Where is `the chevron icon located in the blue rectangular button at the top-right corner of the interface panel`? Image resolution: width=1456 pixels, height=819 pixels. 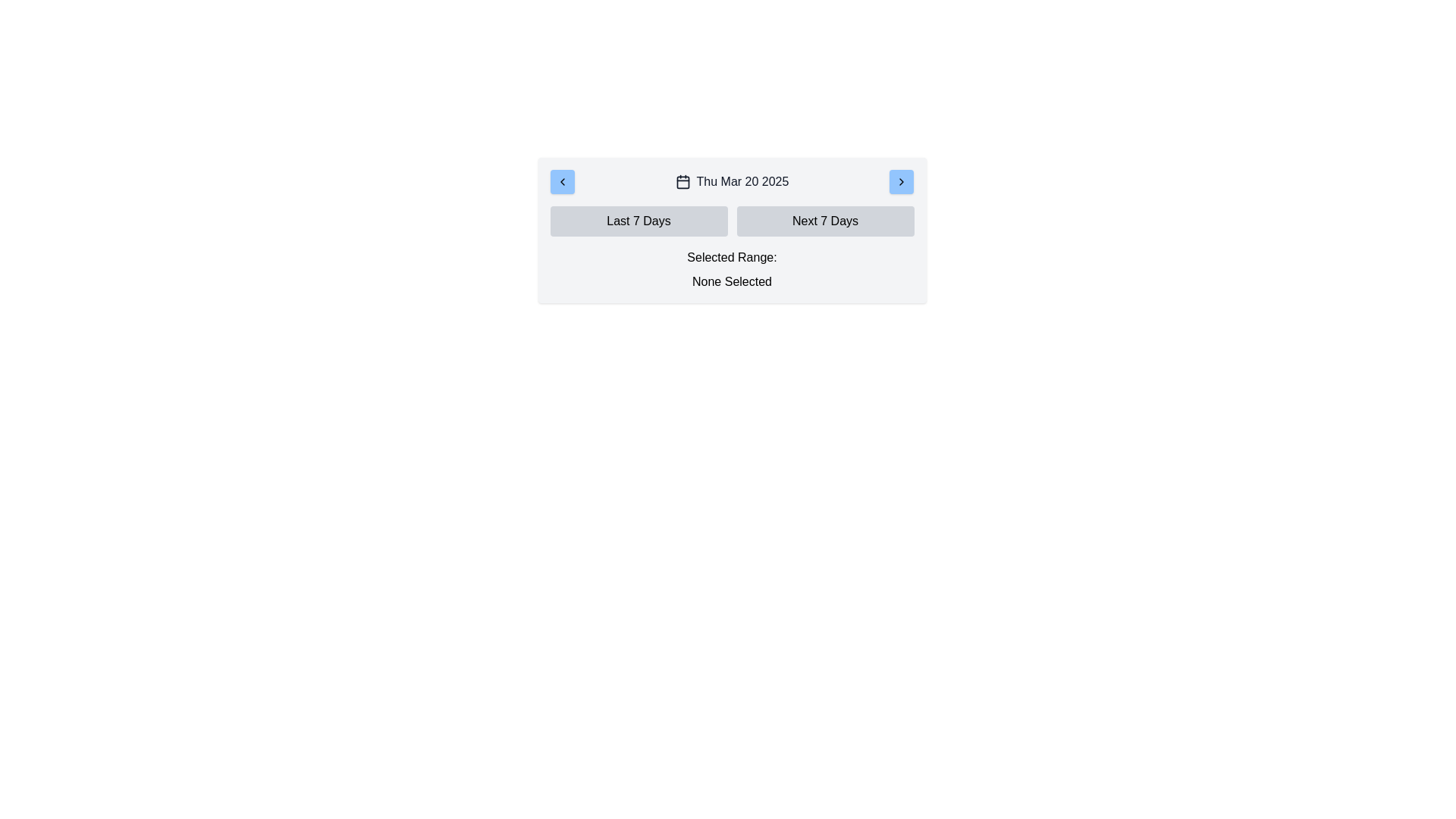
the chevron icon located in the blue rectangular button at the top-right corner of the interface panel is located at coordinates (902, 180).